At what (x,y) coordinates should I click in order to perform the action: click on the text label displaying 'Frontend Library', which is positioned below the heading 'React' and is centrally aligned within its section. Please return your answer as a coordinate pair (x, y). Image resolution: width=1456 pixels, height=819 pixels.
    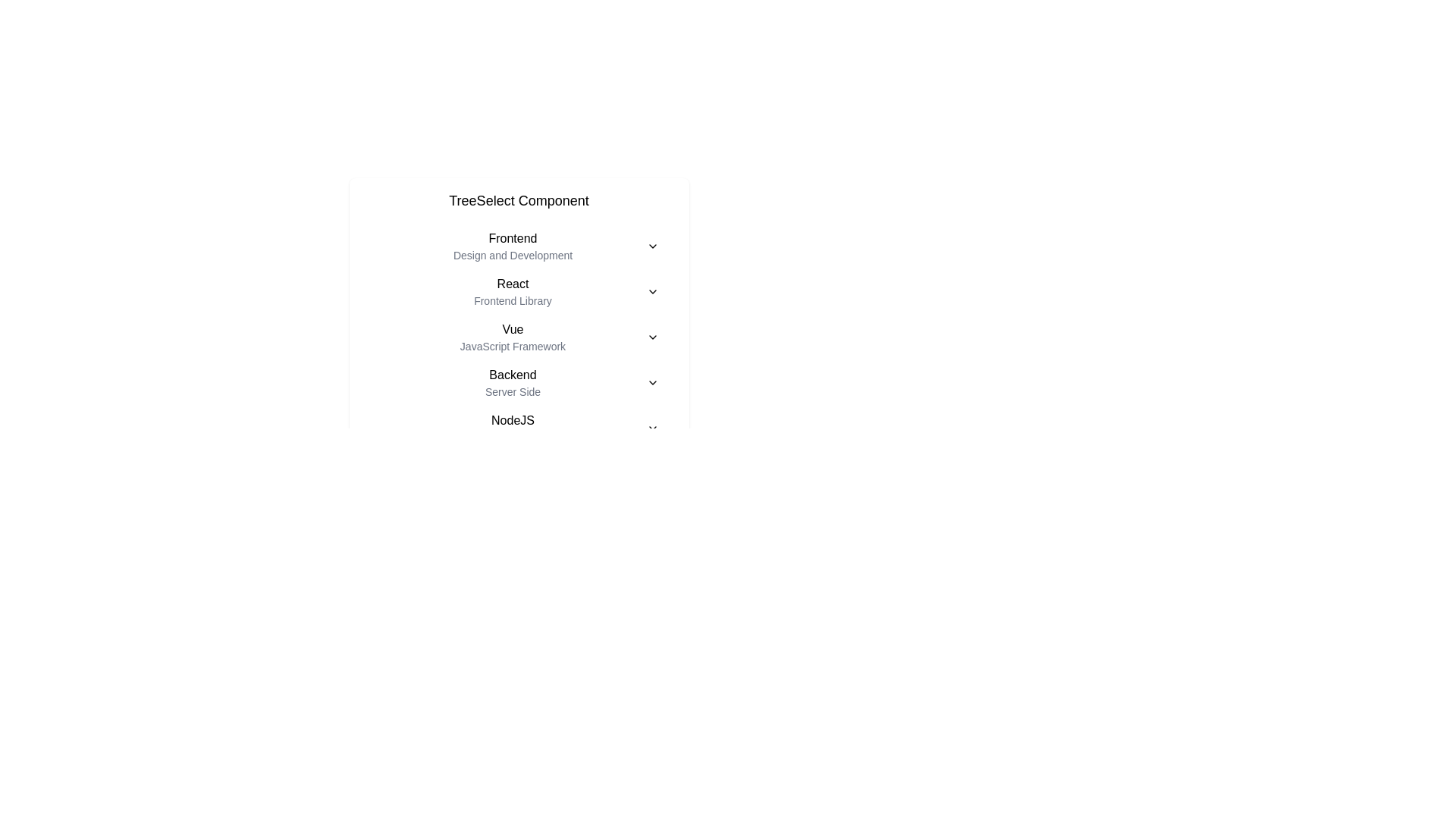
    Looking at the image, I should click on (513, 301).